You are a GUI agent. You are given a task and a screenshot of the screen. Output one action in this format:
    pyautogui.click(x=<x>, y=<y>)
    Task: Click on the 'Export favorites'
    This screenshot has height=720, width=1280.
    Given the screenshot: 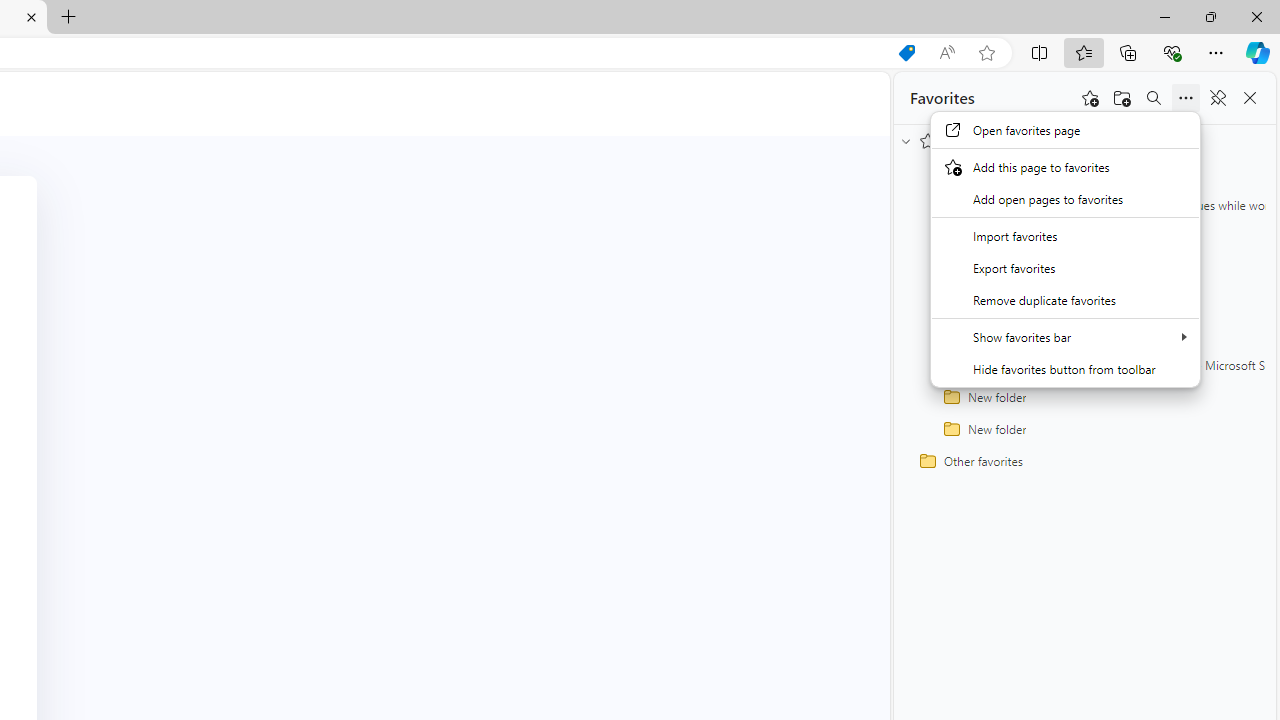 What is the action you would take?
    pyautogui.click(x=1064, y=266)
    